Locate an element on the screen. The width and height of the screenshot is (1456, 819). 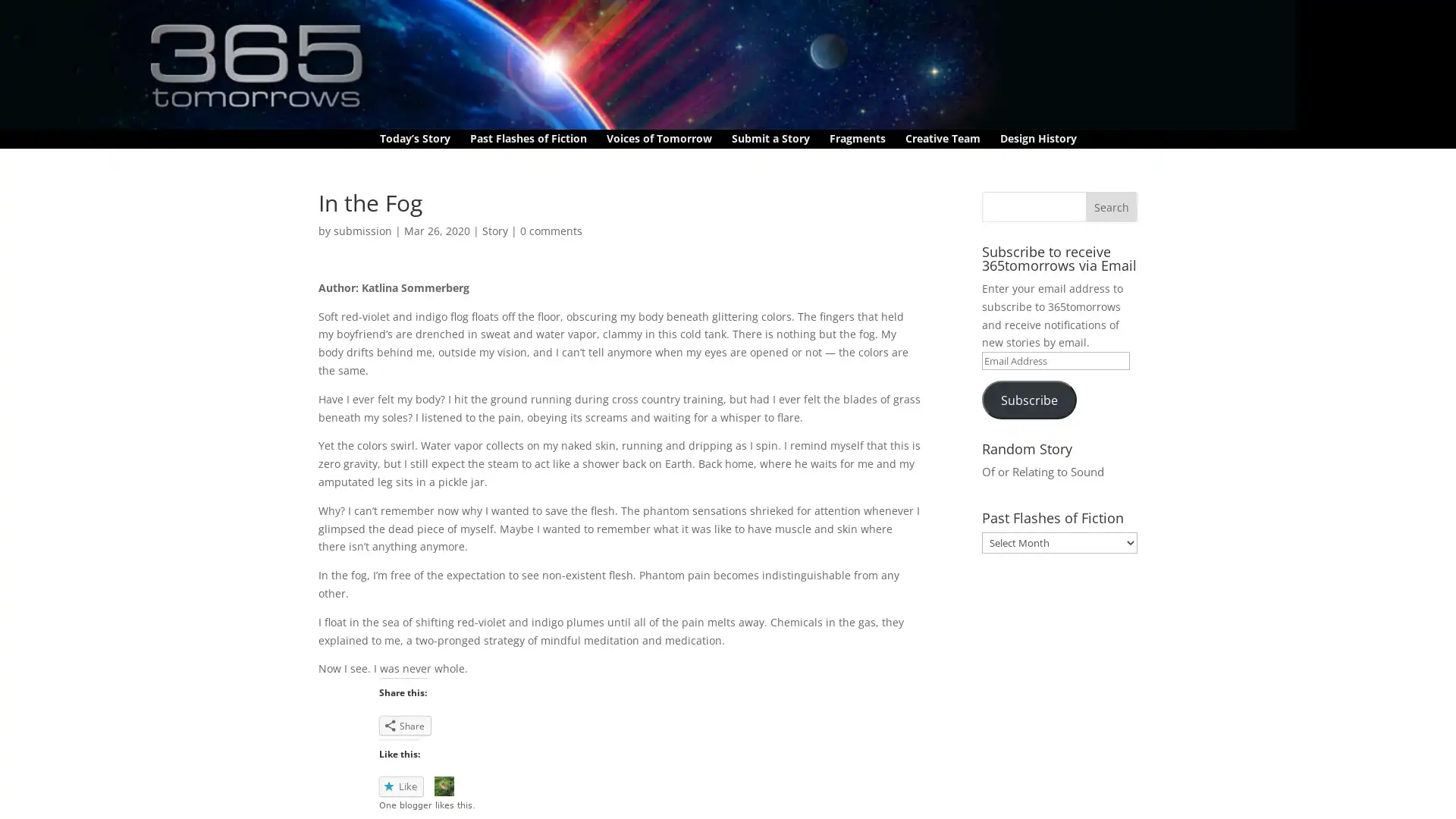
Search is located at coordinates (1111, 207).